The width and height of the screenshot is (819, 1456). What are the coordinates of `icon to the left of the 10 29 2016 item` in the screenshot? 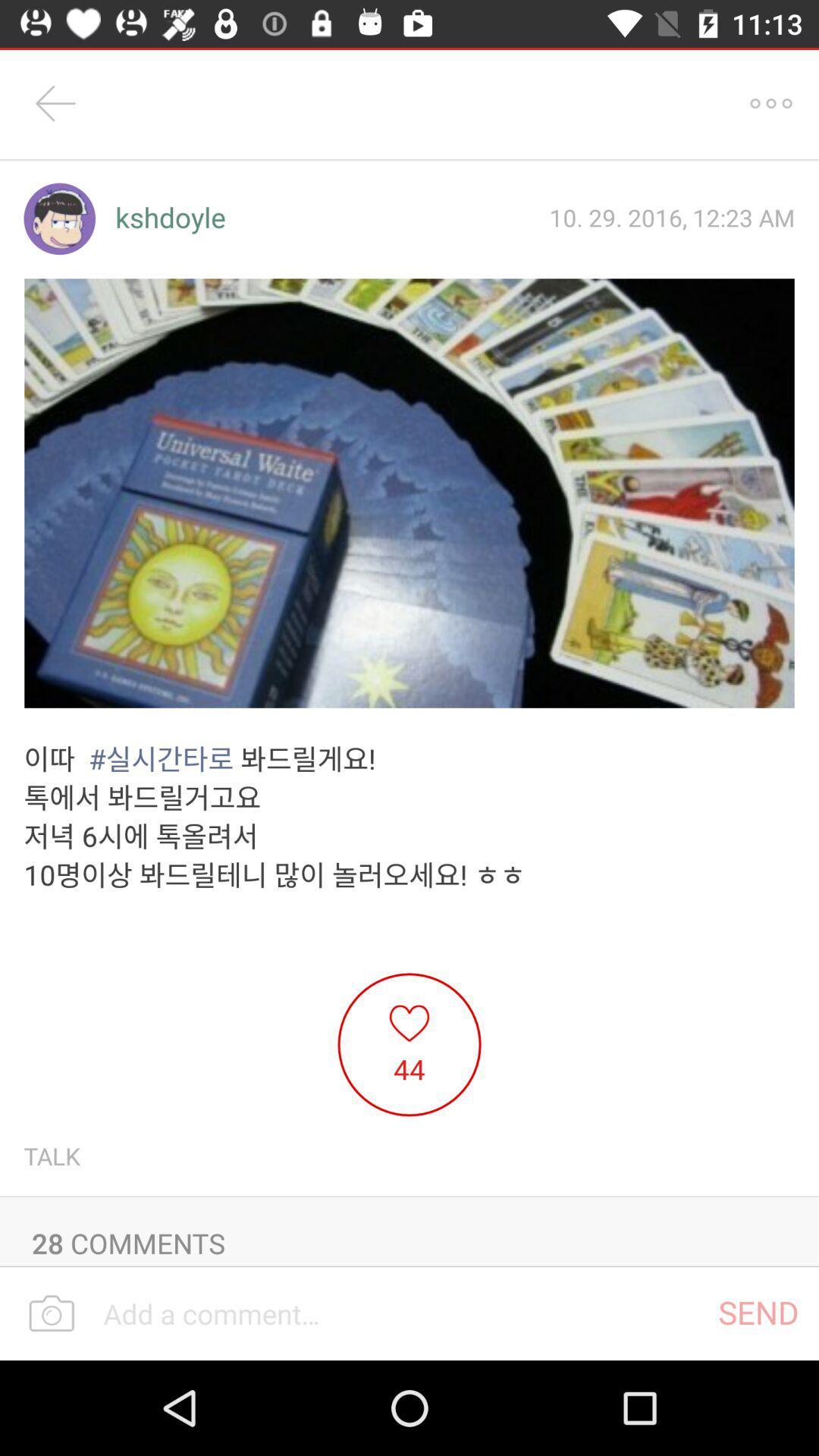 It's located at (170, 218).